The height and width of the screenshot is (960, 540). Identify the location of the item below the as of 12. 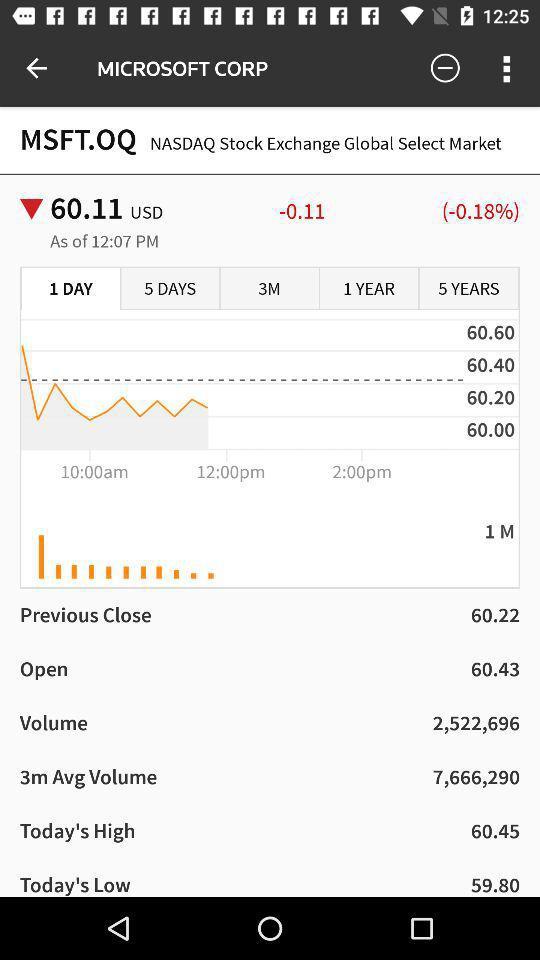
(170, 288).